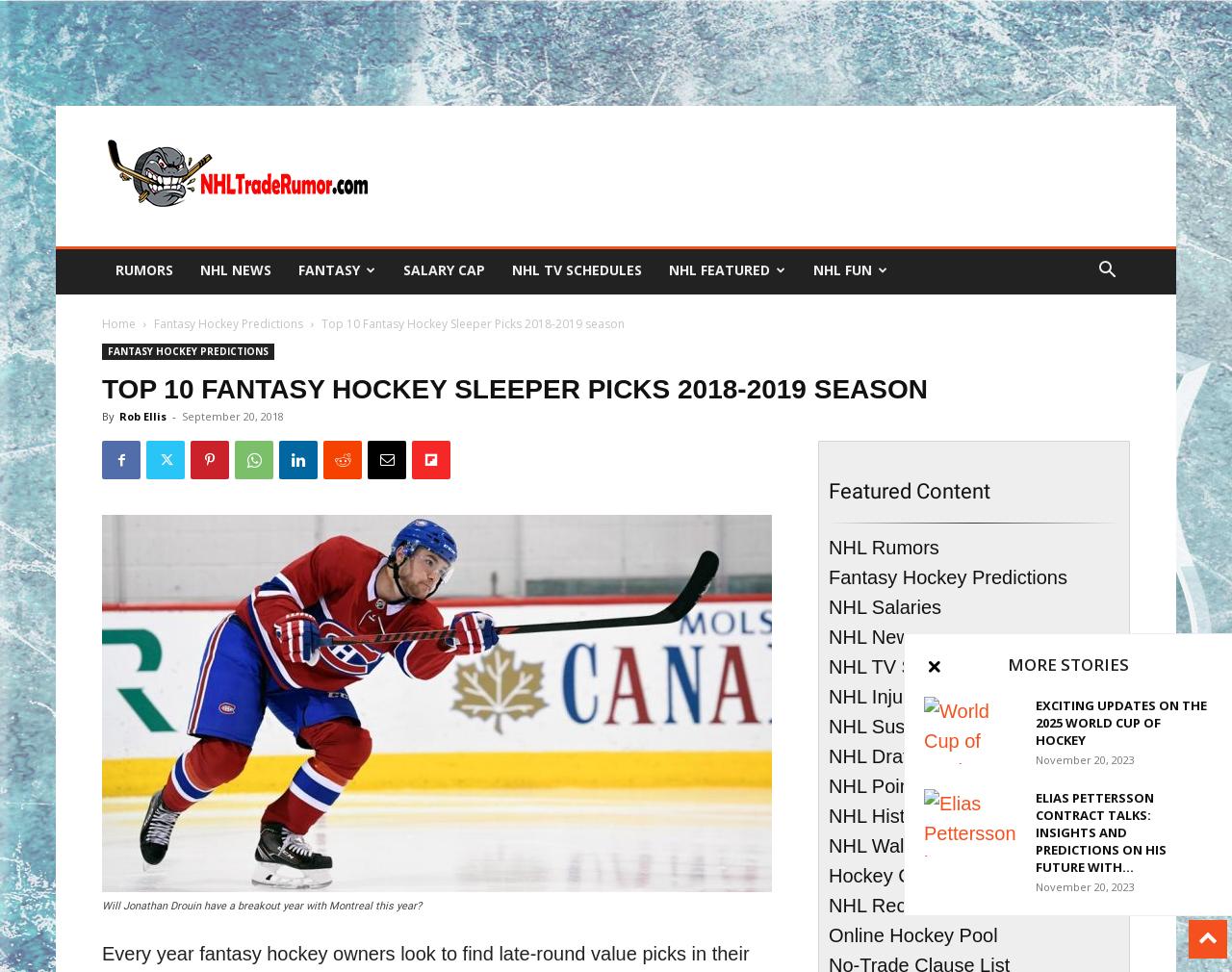 The height and width of the screenshot is (972, 1232). What do you see at coordinates (172, 416) in the screenshot?
I see `'-'` at bounding box center [172, 416].